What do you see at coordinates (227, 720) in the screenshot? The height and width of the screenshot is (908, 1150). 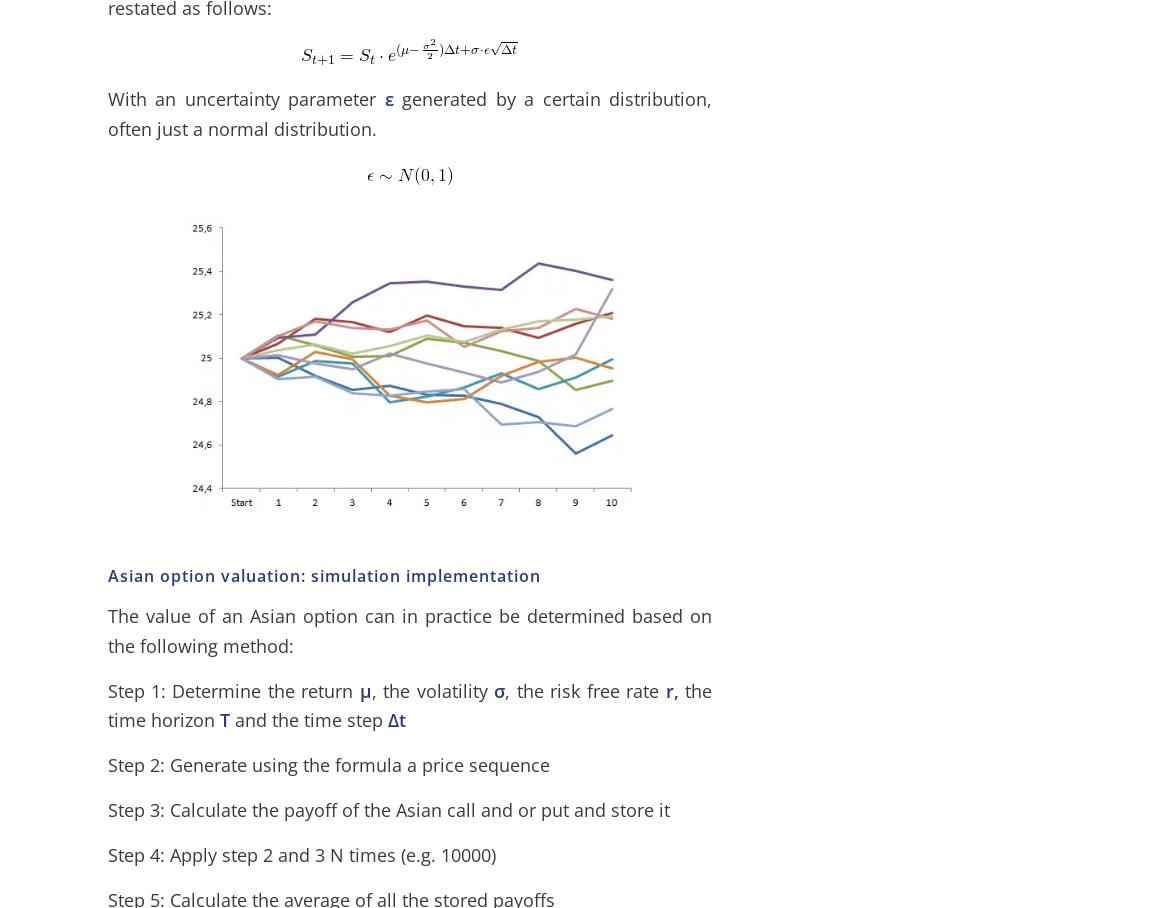 I see `'and the time step'` at bounding box center [227, 720].